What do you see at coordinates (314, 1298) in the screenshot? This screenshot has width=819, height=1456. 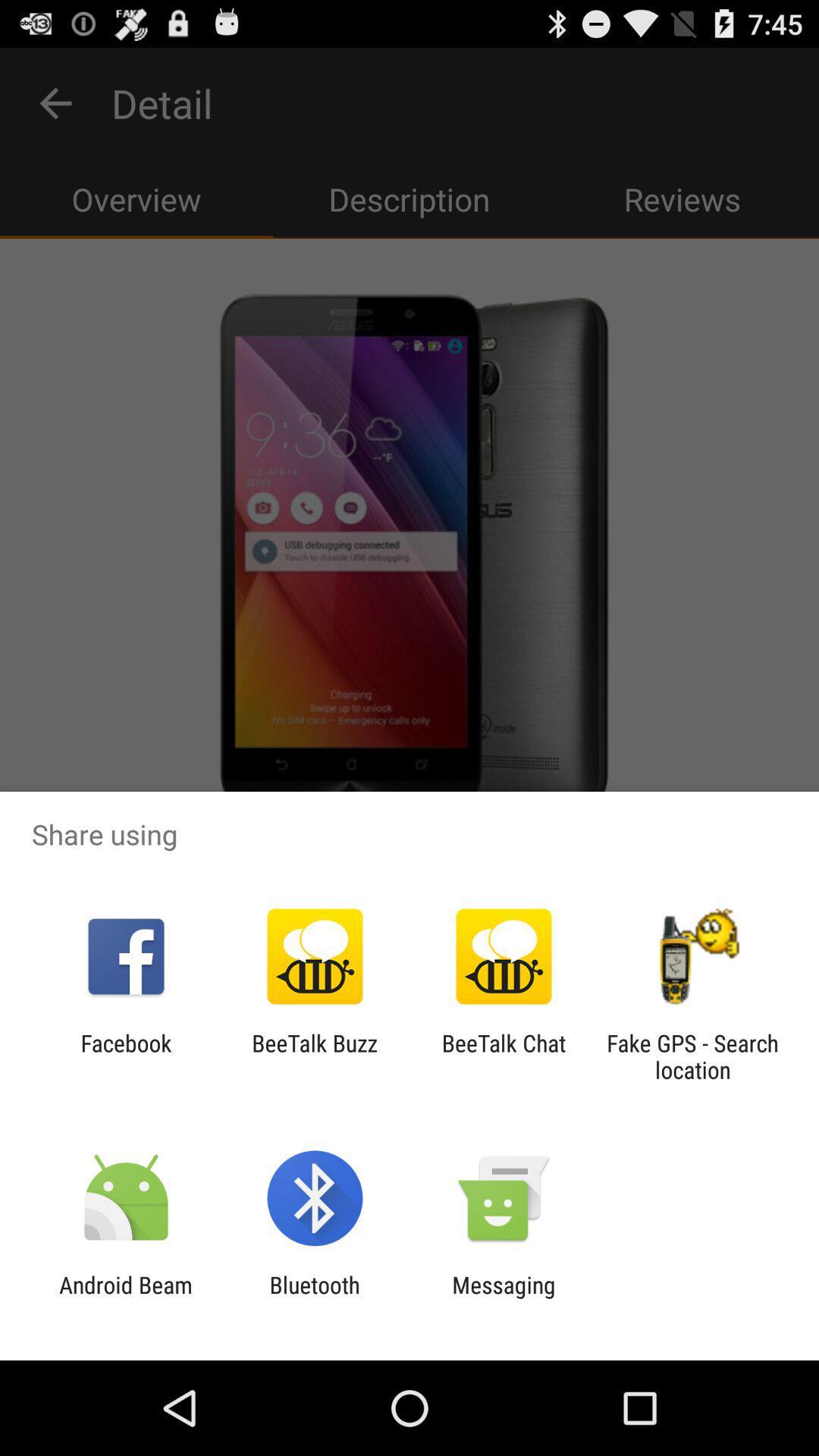 I see `bluetooth icon` at bounding box center [314, 1298].